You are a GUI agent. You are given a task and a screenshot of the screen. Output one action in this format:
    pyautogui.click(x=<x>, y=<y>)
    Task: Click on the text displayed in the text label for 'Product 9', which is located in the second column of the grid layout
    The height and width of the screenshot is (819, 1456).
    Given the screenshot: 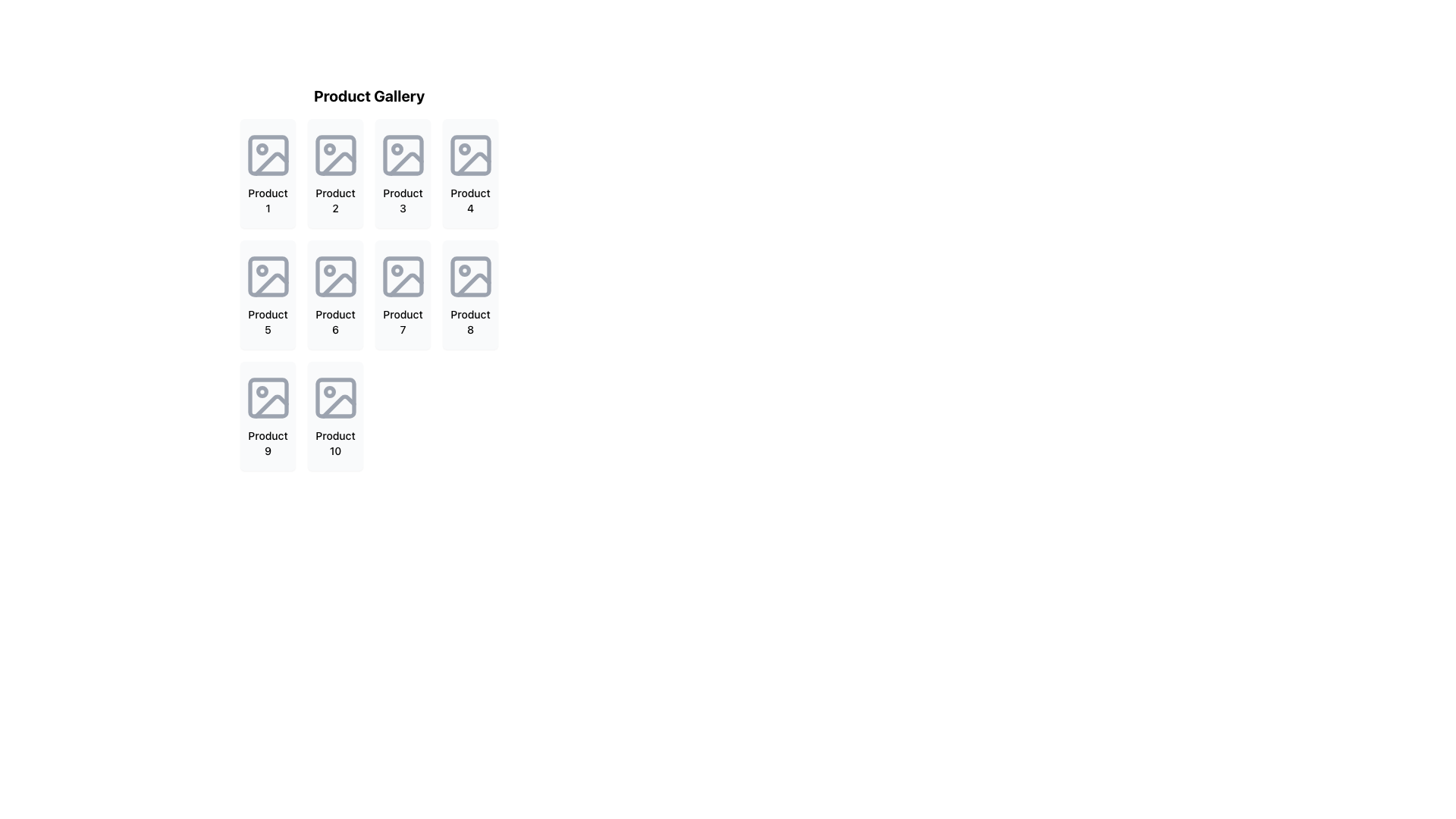 What is the action you would take?
    pyautogui.click(x=268, y=444)
    